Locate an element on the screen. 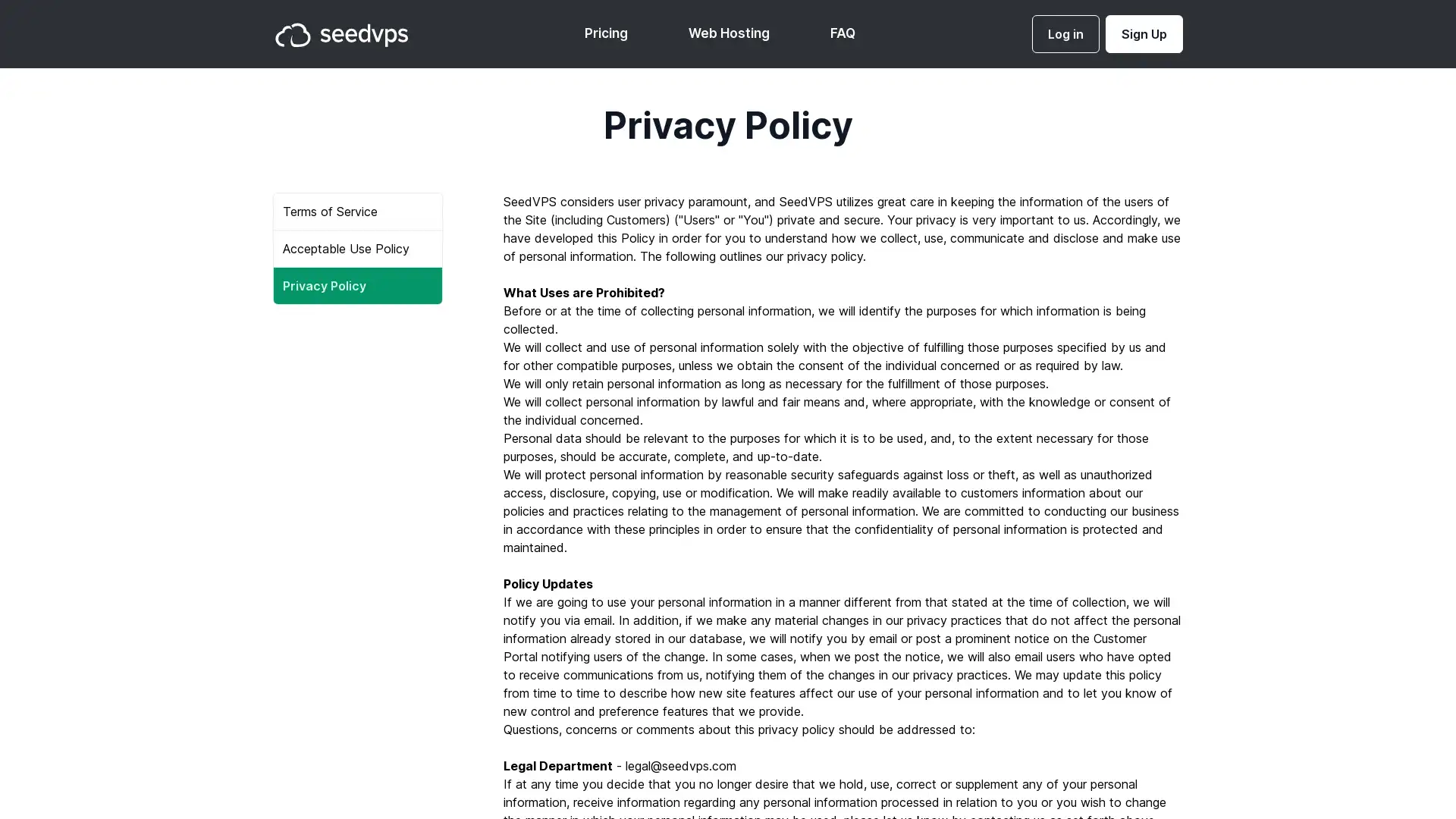  Sign Up is located at coordinates (1144, 34).